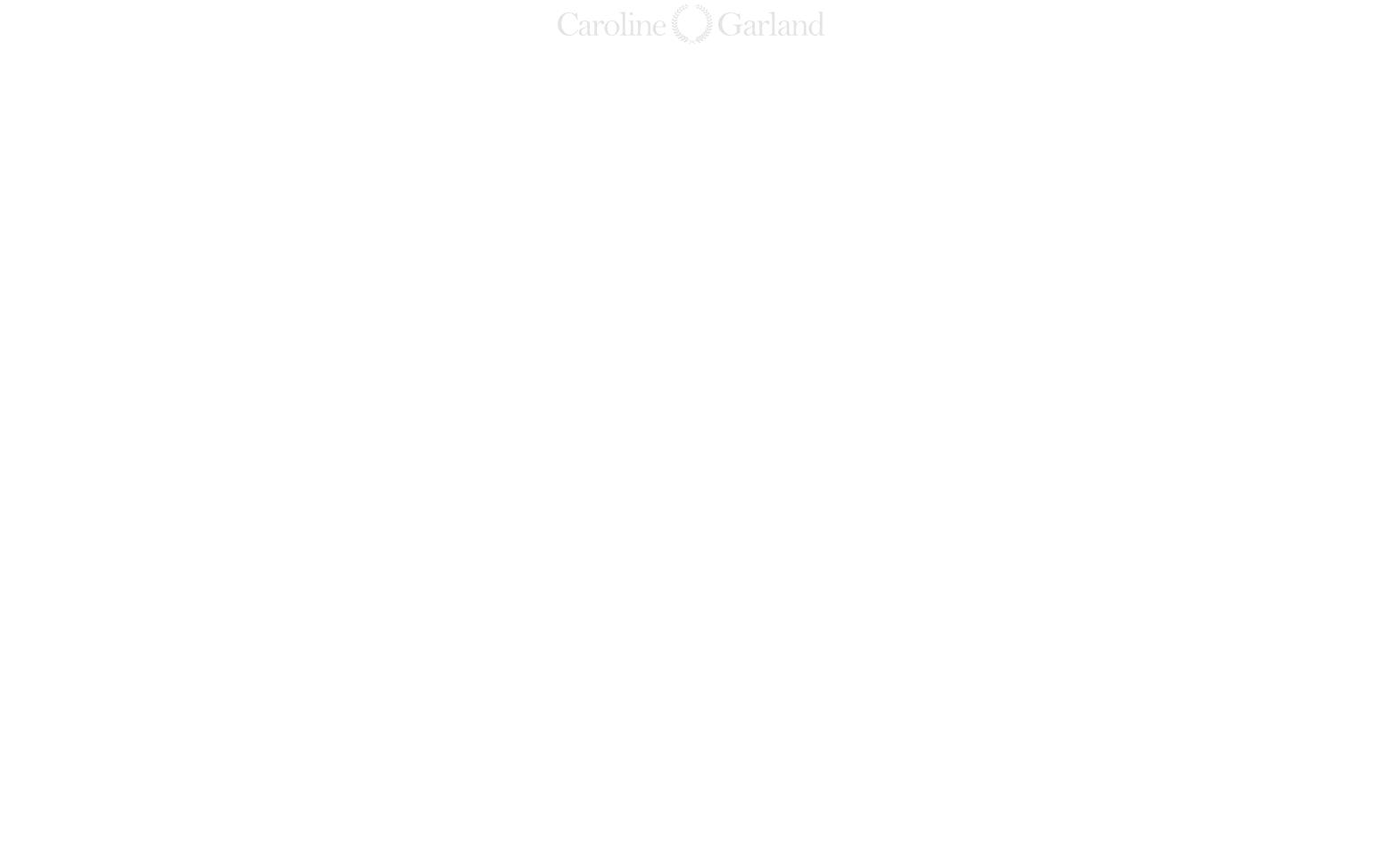  I want to click on 'Bahsegel', so click(1047, 134).